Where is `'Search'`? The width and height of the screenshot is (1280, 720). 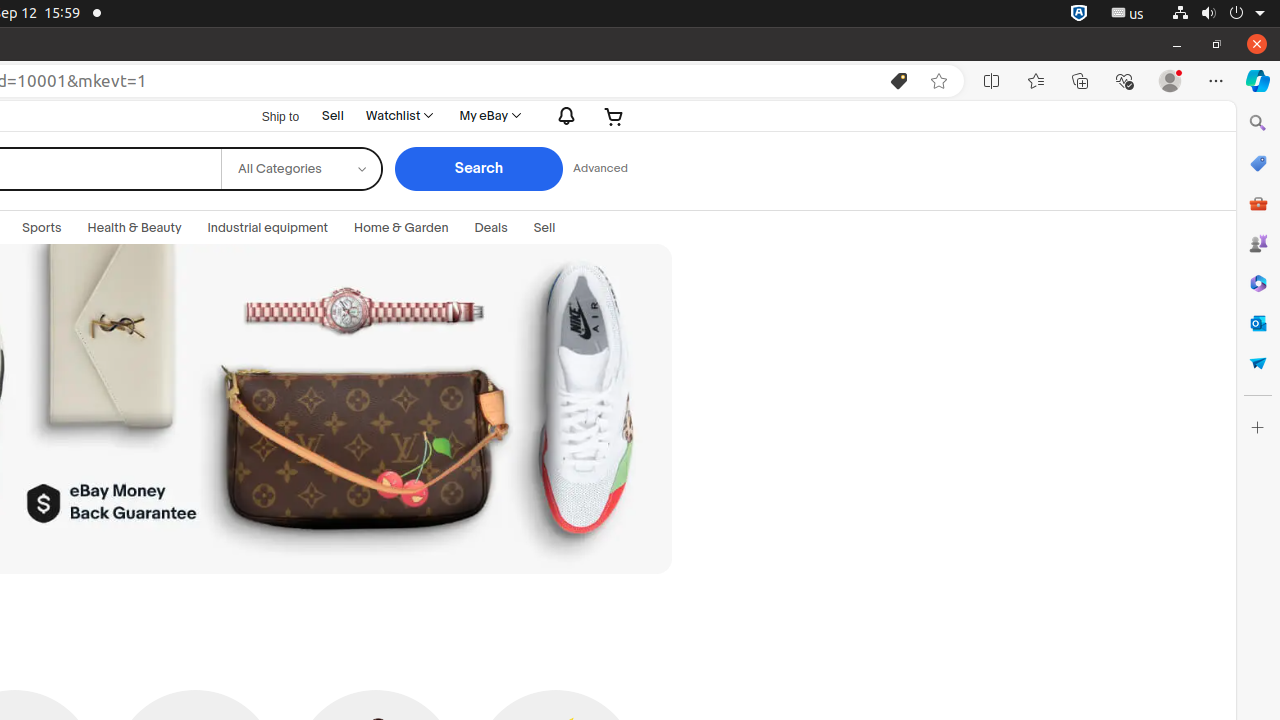
'Search' is located at coordinates (477, 167).